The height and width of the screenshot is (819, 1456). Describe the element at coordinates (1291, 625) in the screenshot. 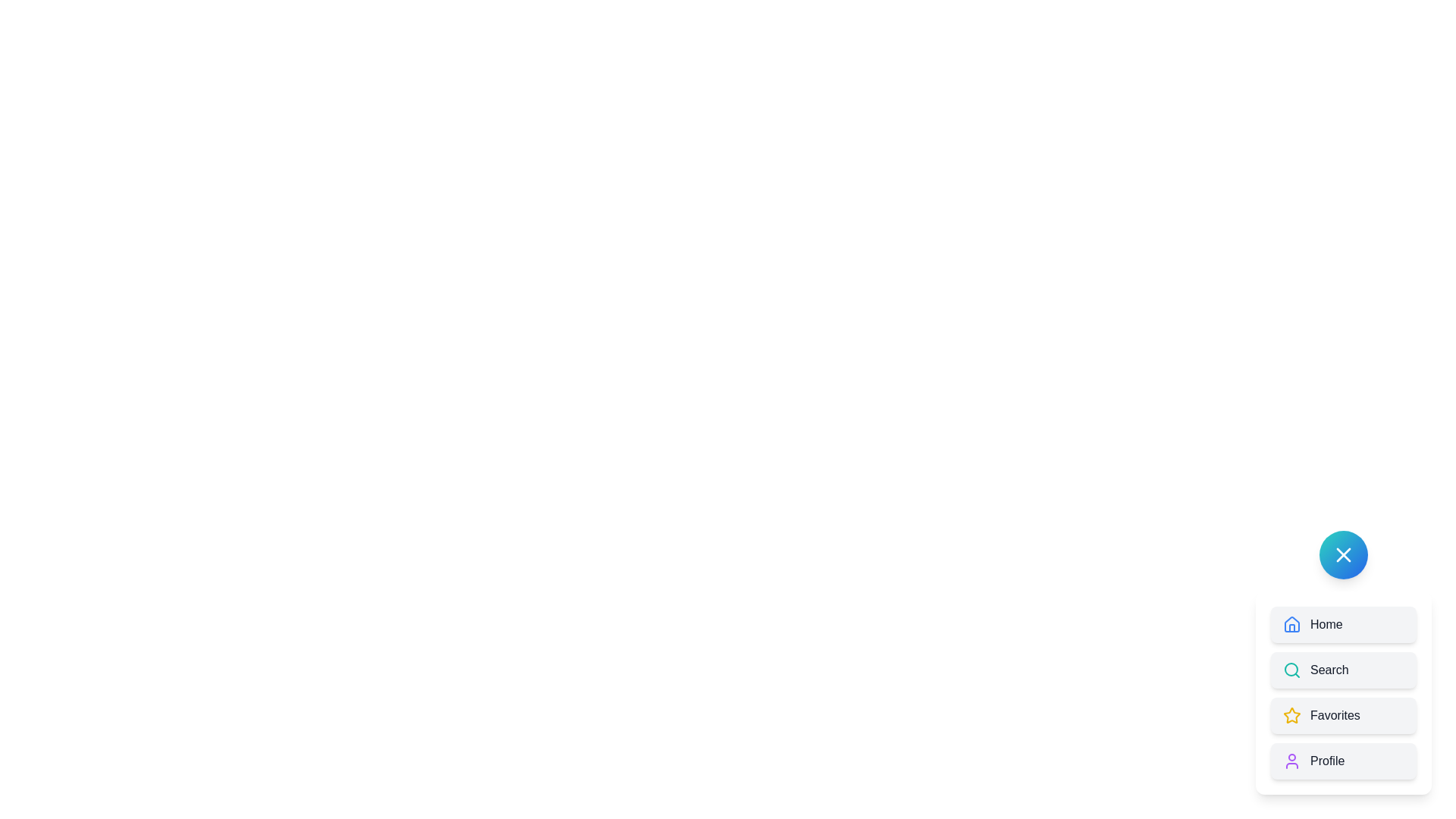

I see `the house icon with a blue outline indicating the 'Home' function, located in the bottom-right corner of the vertical navigation menu` at that location.